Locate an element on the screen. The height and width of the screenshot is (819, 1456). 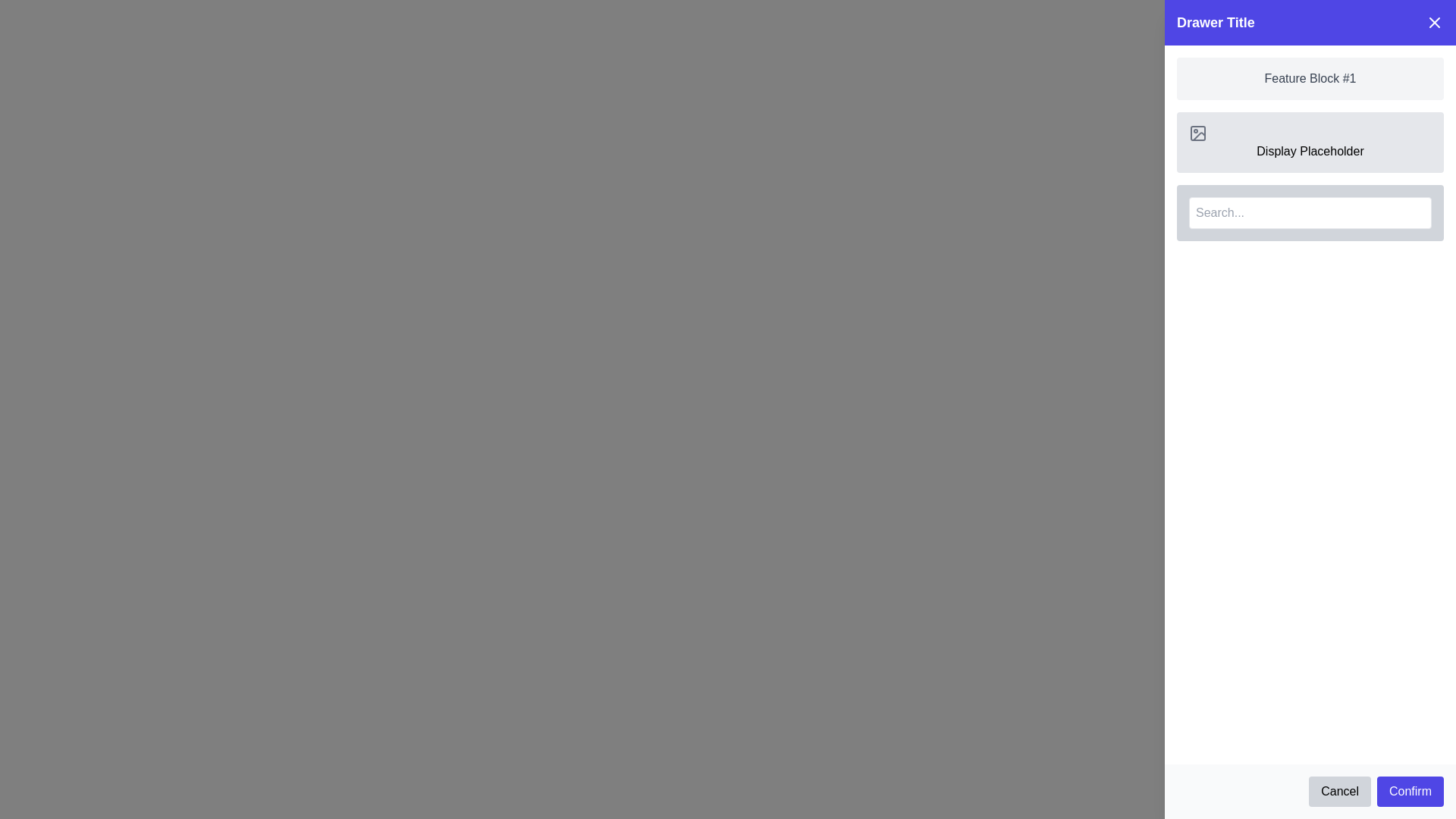
the 'Confirm' button with rounded corners and a bright indigo background is located at coordinates (1409, 791).